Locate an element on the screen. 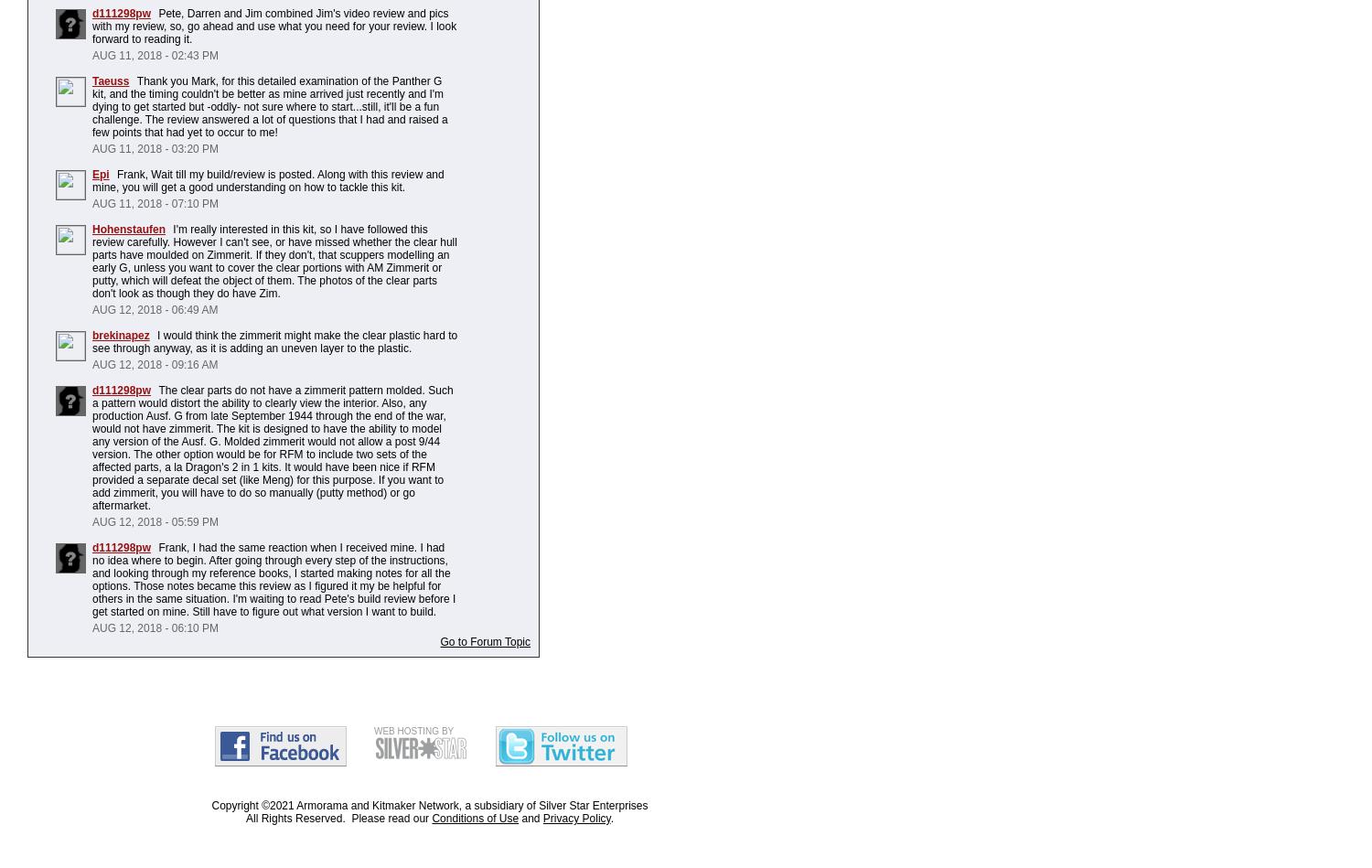  'AUG 12, 2018 - 06:10 PM' is located at coordinates (155, 627).